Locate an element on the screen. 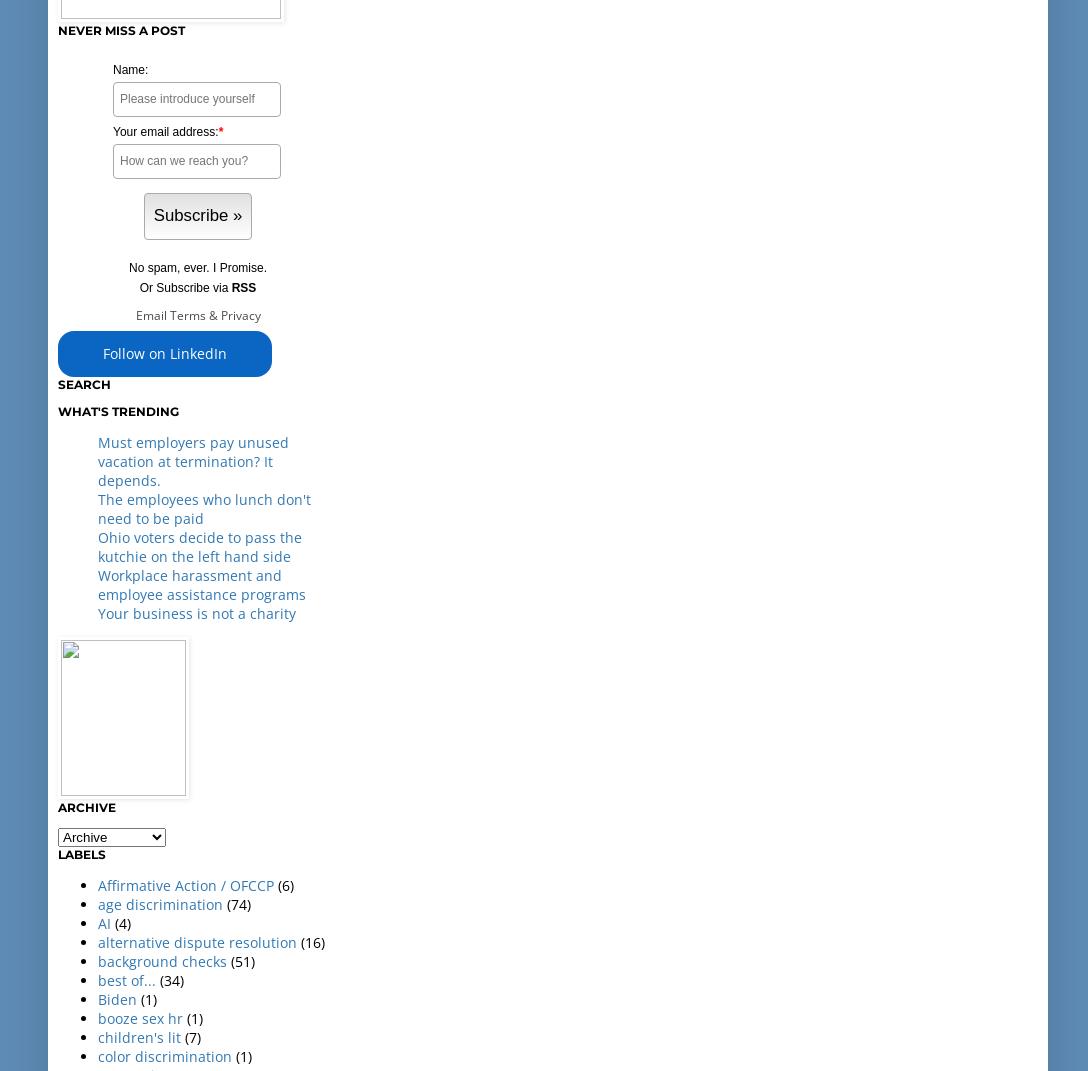 This screenshot has width=1088, height=1071. '(74)' is located at coordinates (238, 903).